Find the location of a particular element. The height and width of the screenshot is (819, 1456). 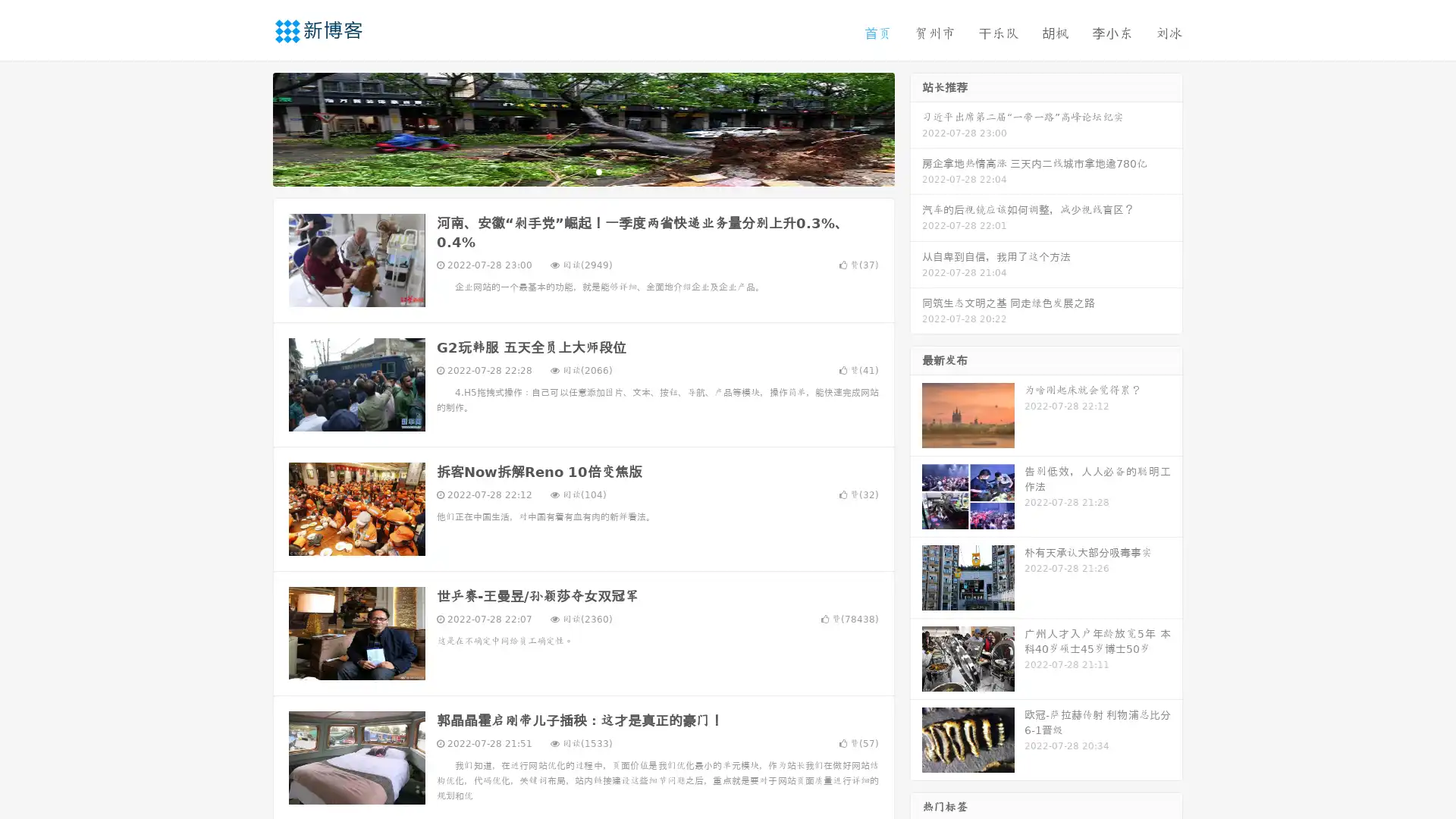

Go to slide 3 is located at coordinates (598, 171).